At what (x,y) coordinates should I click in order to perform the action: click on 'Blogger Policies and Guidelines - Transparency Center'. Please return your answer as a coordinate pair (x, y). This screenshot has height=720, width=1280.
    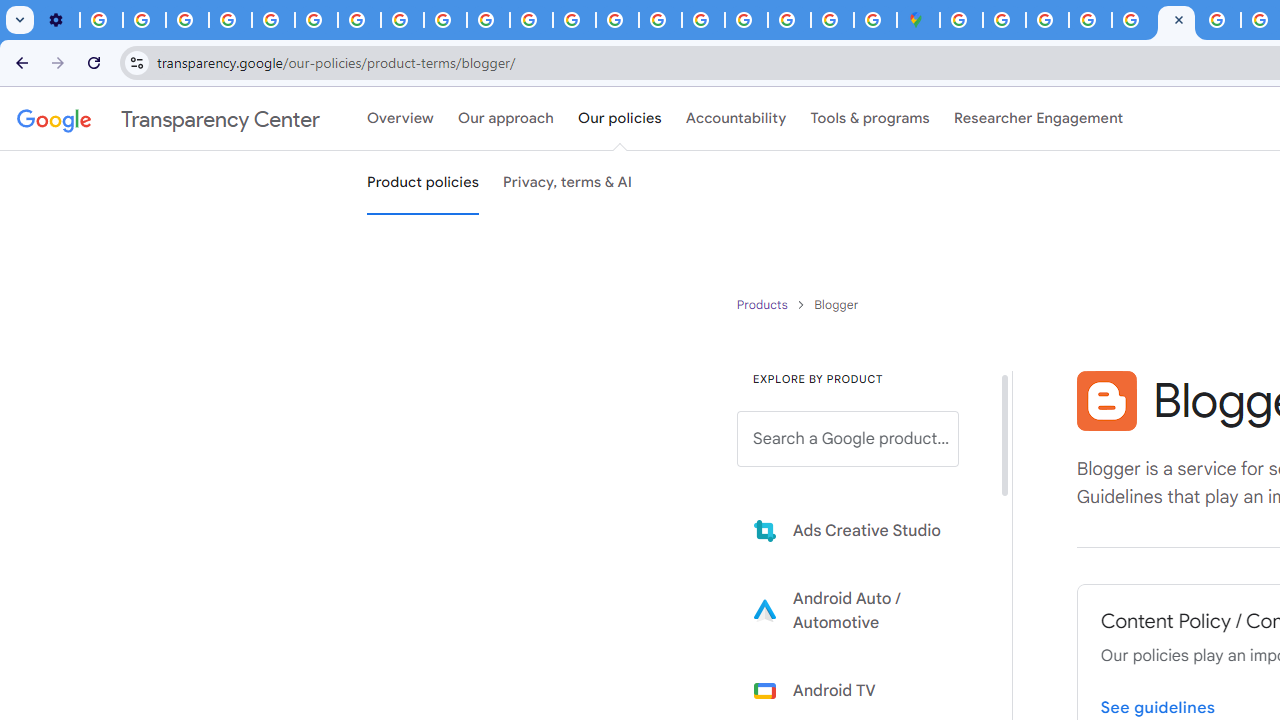
    Looking at the image, I should click on (1176, 20).